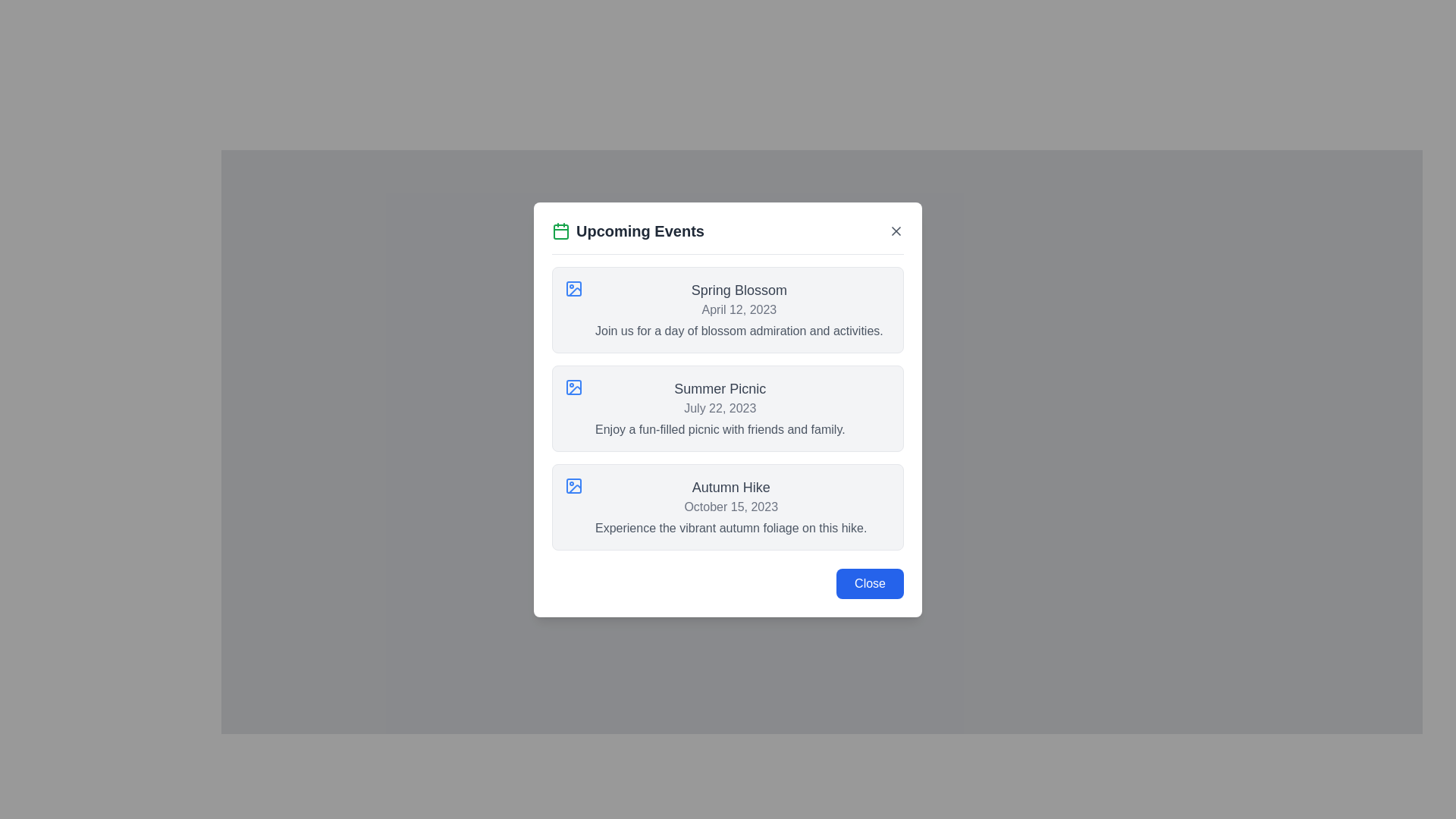 This screenshot has height=819, width=1456. Describe the element at coordinates (719, 407) in the screenshot. I see `the descriptive text block of the second event card in the 'Upcoming Events' modal dialog` at that location.